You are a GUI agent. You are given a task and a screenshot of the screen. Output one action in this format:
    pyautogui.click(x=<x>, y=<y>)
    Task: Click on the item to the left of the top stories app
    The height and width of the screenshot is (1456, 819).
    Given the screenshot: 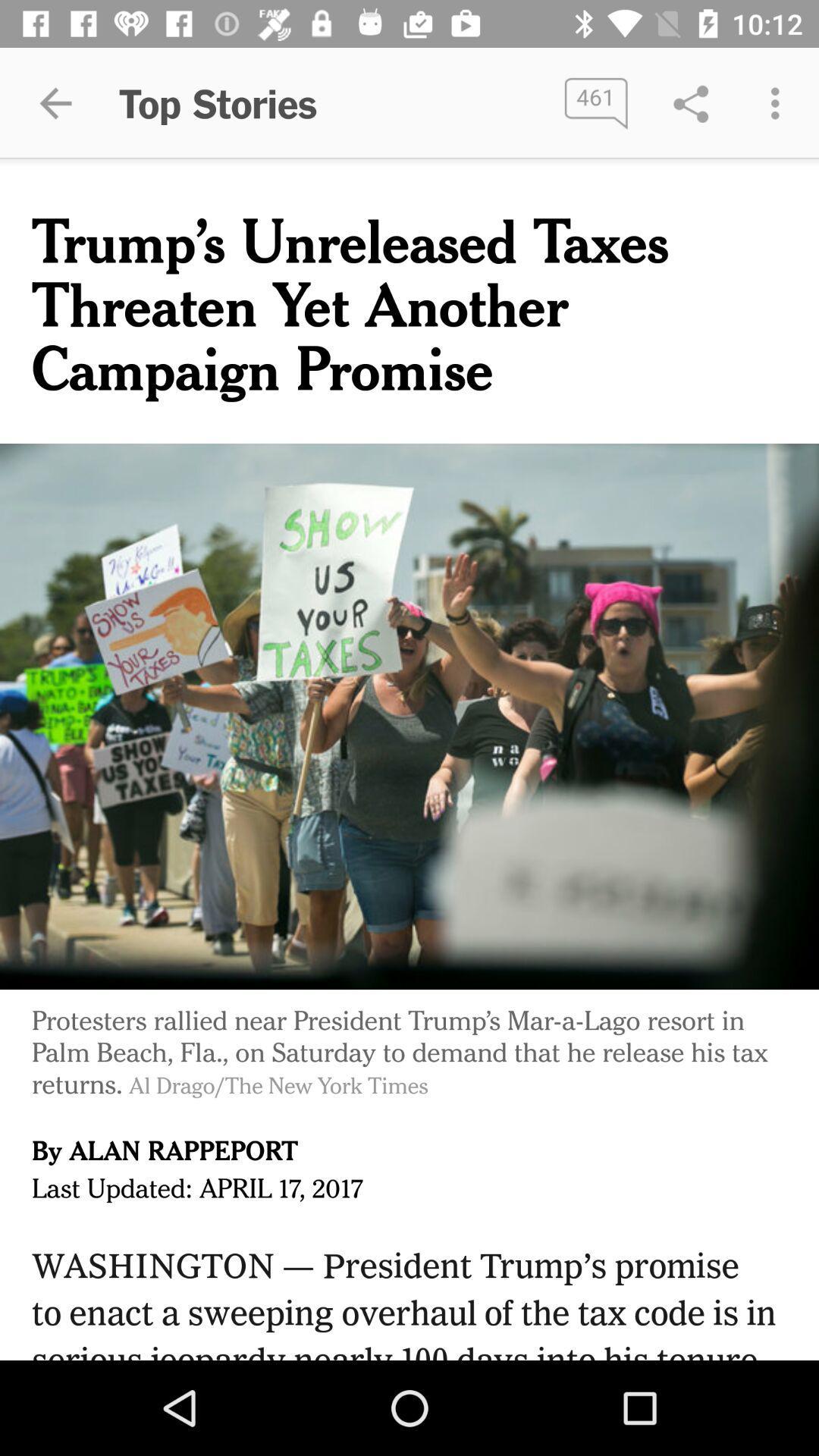 What is the action you would take?
    pyautogui.click(x=55, y=102)
    